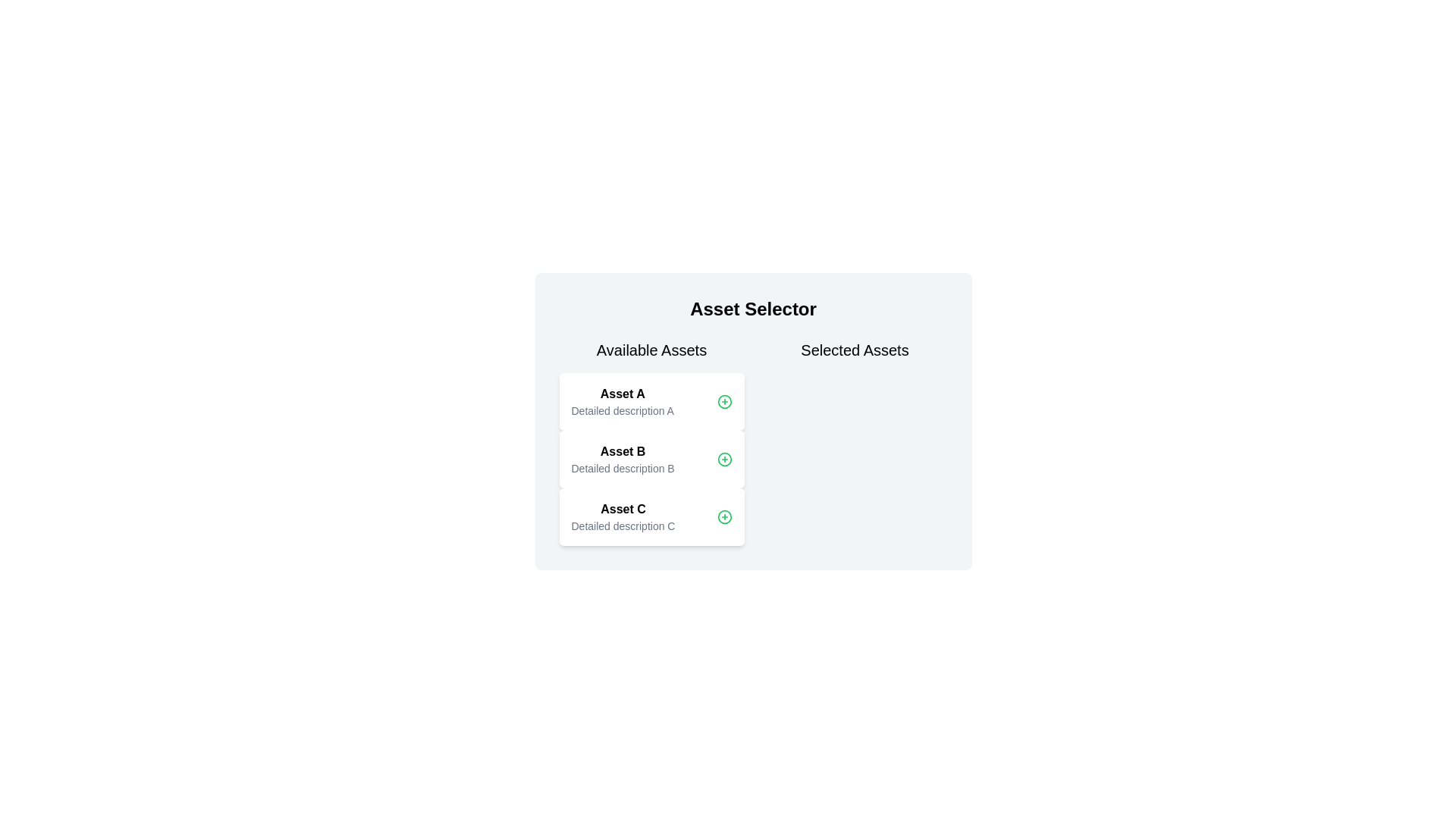 This screenshot has width=1456, height=819. What do you see at coordinates (623, 394) in the screenshot?
I see `the bold text label 'Asset A' in the 'Available Assets' section of the 'Asset Selector' interface` at bounding box center [623, 394].